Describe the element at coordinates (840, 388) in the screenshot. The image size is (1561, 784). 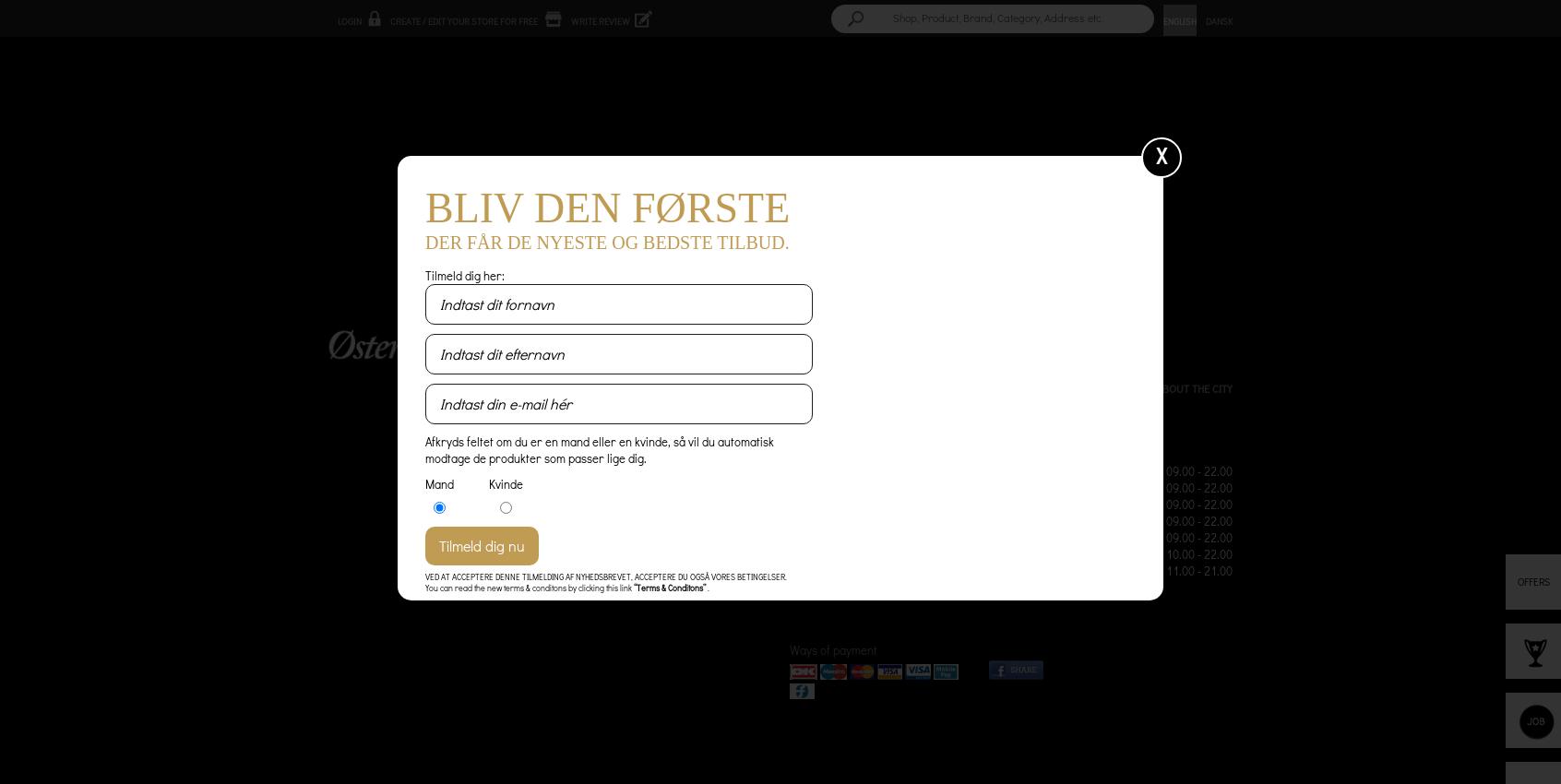
I see `'Food'` at that location.